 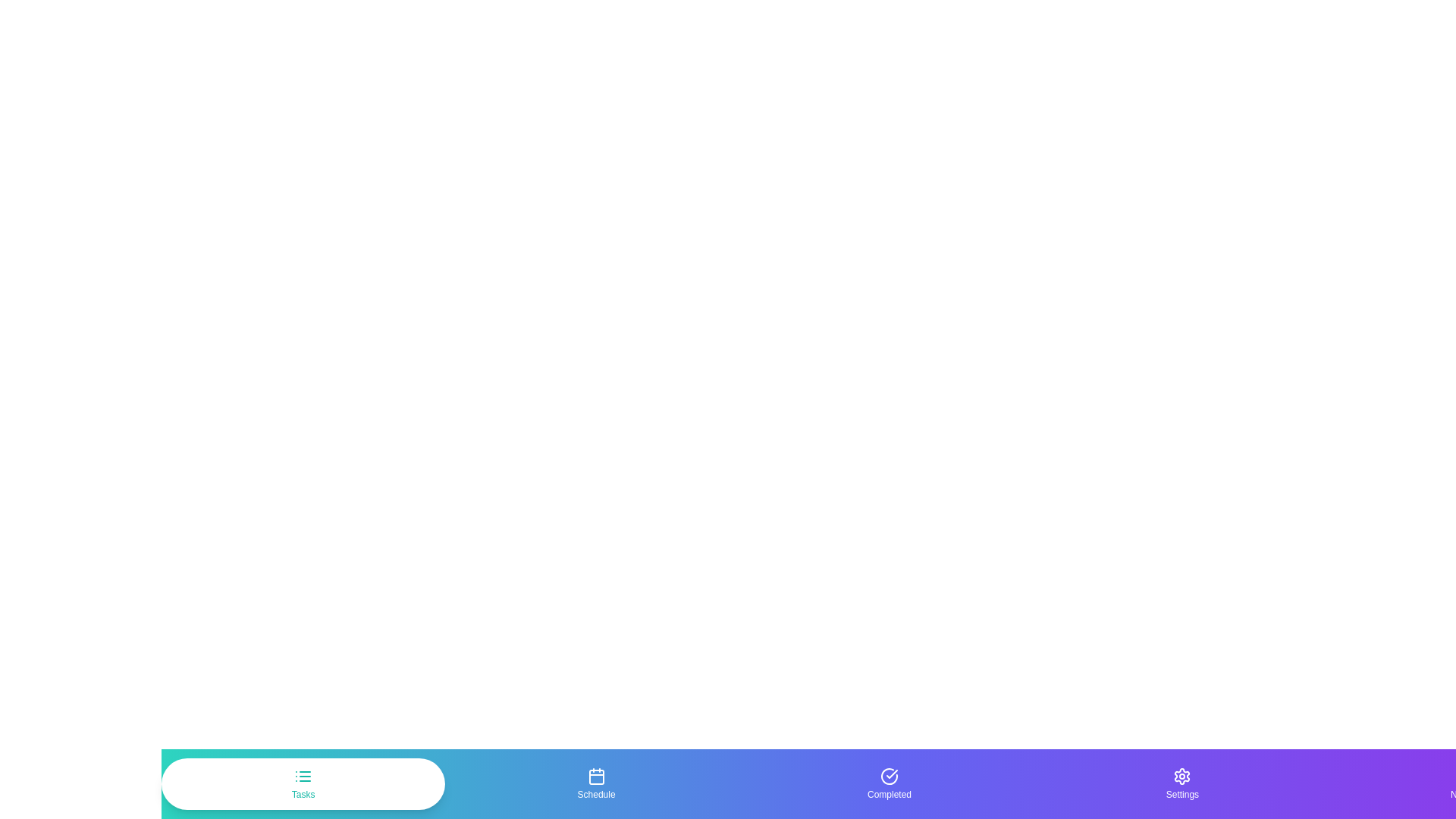 What do you see at coordinates (1181, 783) in the screenshot?
I see `the Settings tab by clicking on its button` at bounding box center [1181, 783].